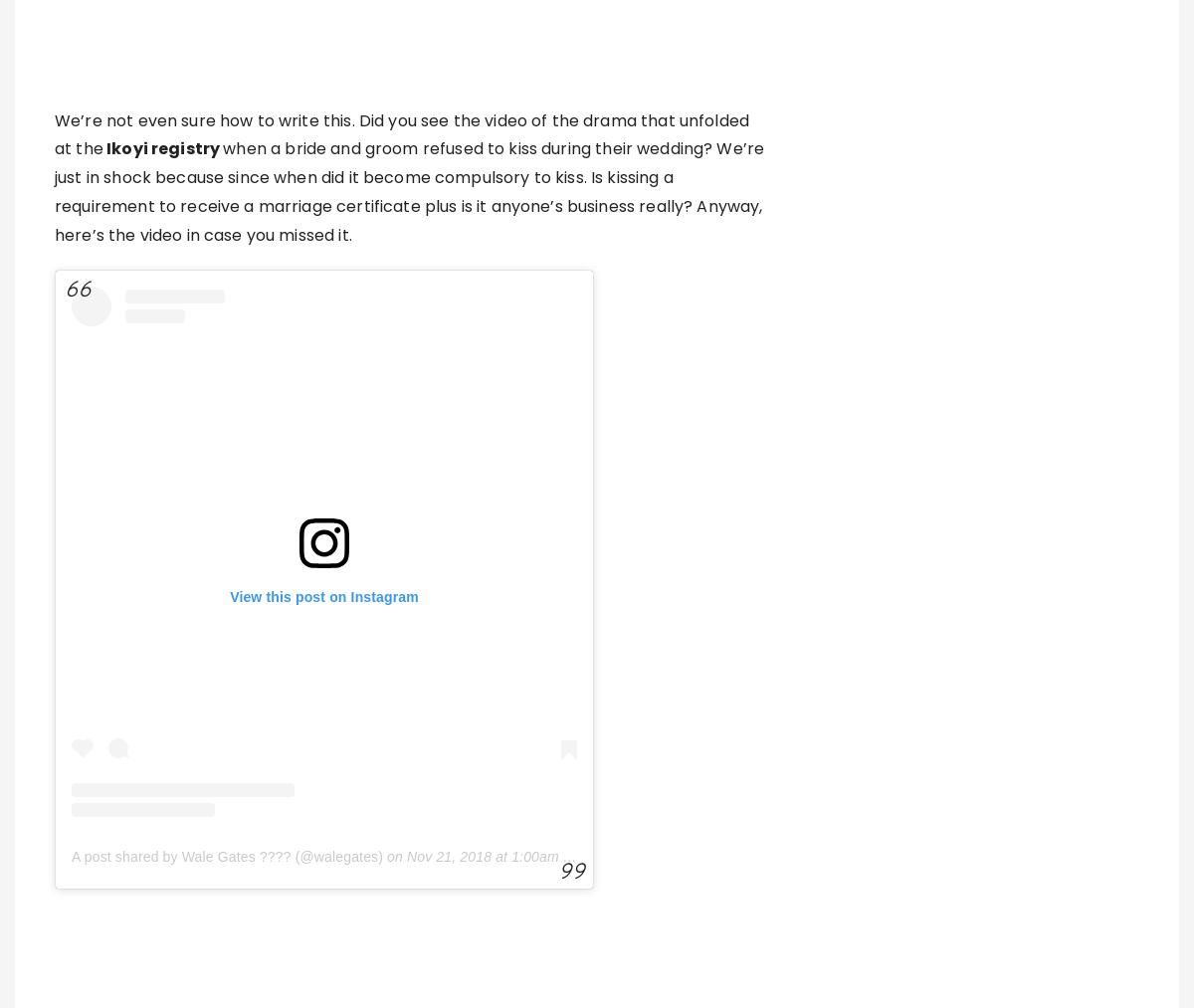  Describe the element at coordinates (323, 595) in the screenshot. I see `'View this post on Instagram'` at that location.